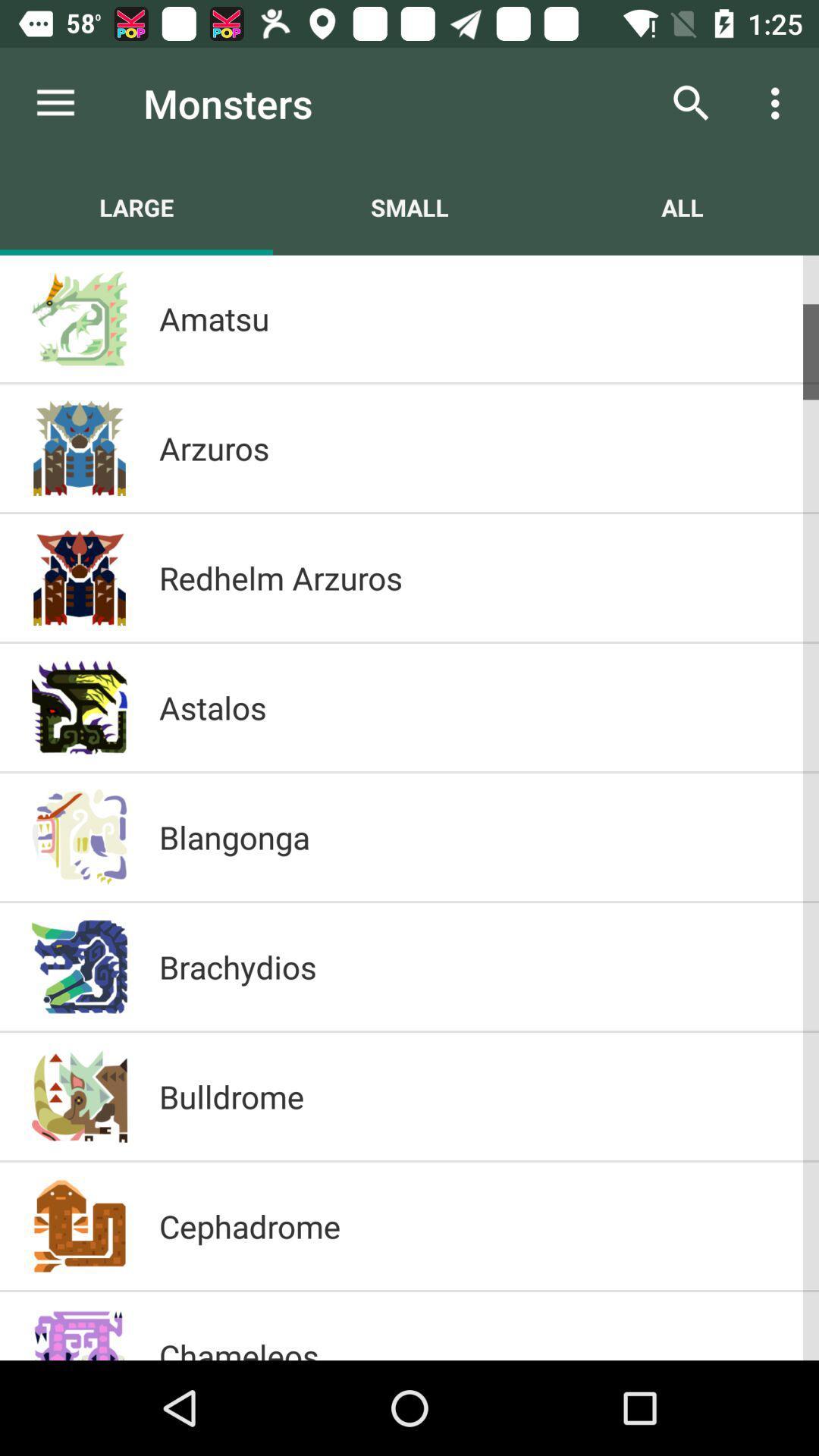 The image size is (819, 1456). What do you see at coordinates (409, 206) in the screenshot?
I see `the icon to the left of all icon` at bounding box center [409, 206].